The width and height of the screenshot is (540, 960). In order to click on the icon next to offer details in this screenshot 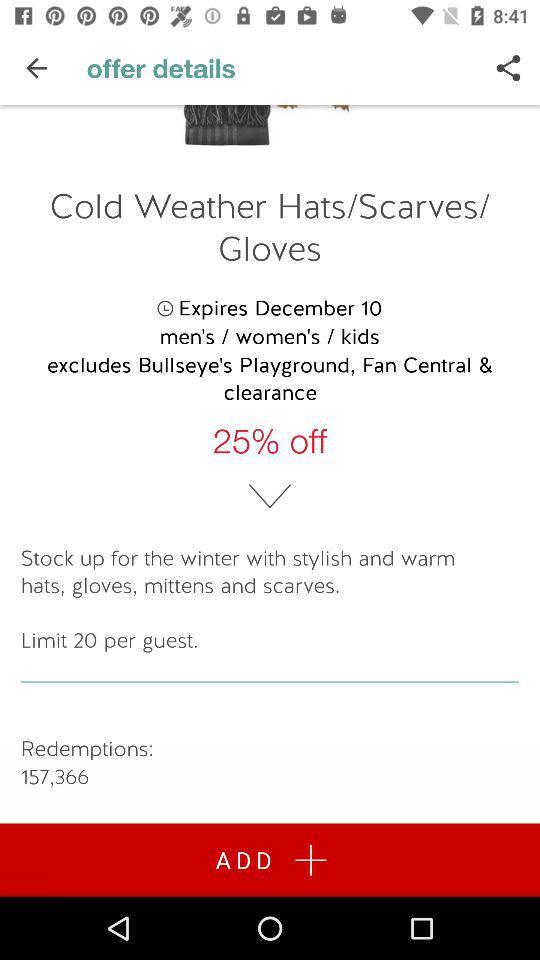, I will do `click(36, 68)`.